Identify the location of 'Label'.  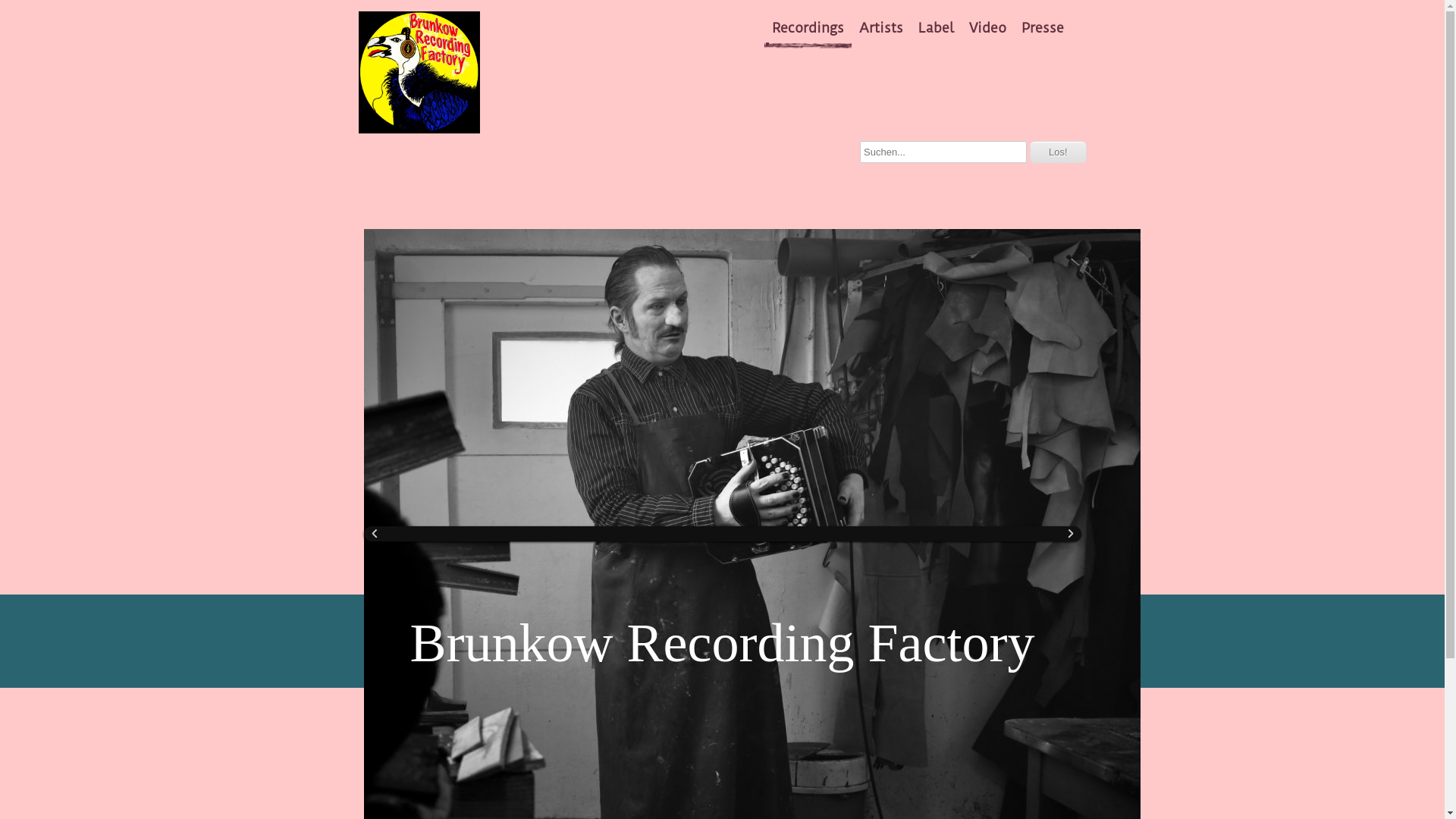
(935, 28).